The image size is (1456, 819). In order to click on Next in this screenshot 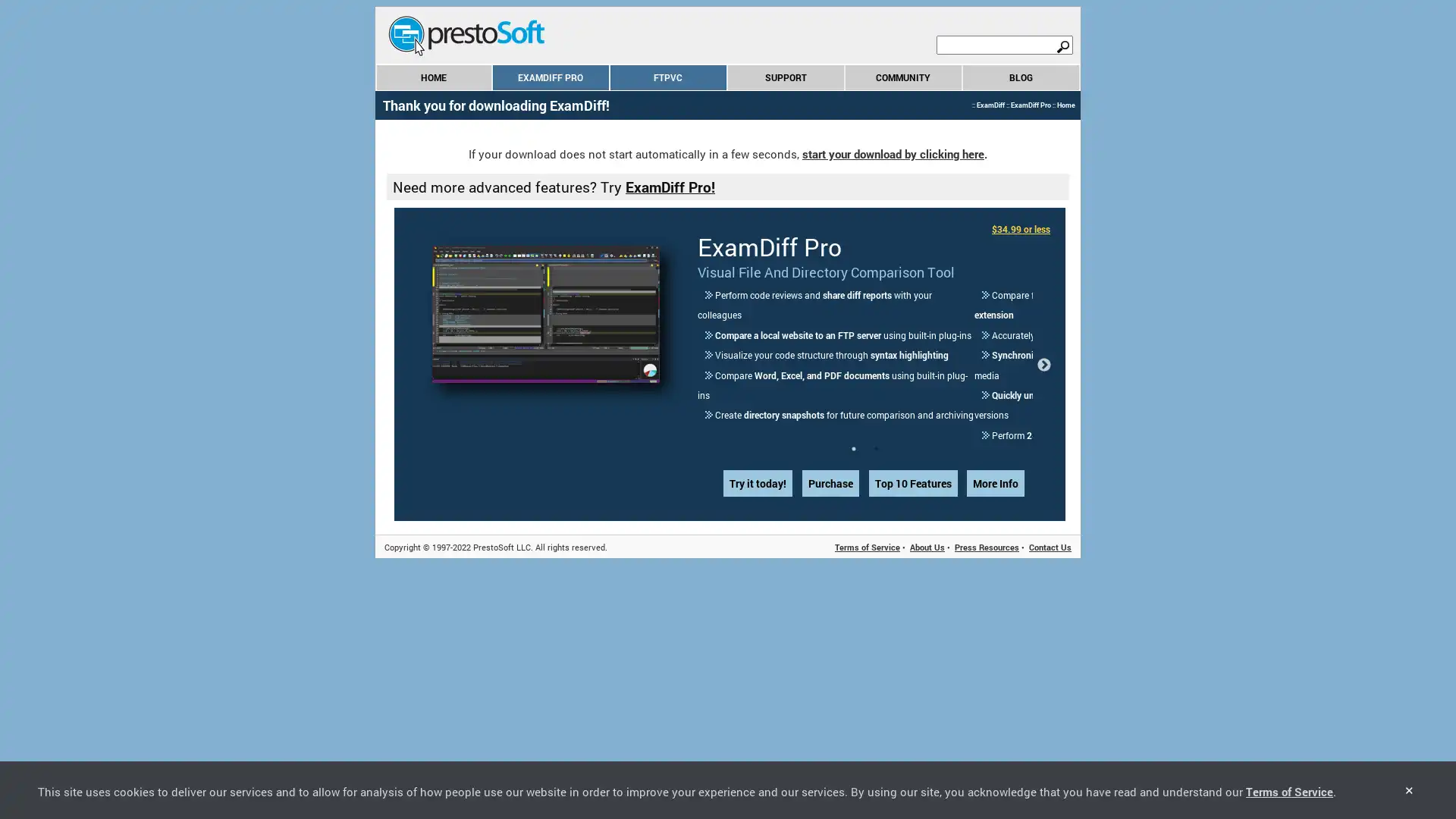, I will do `click(1043, 333)`.